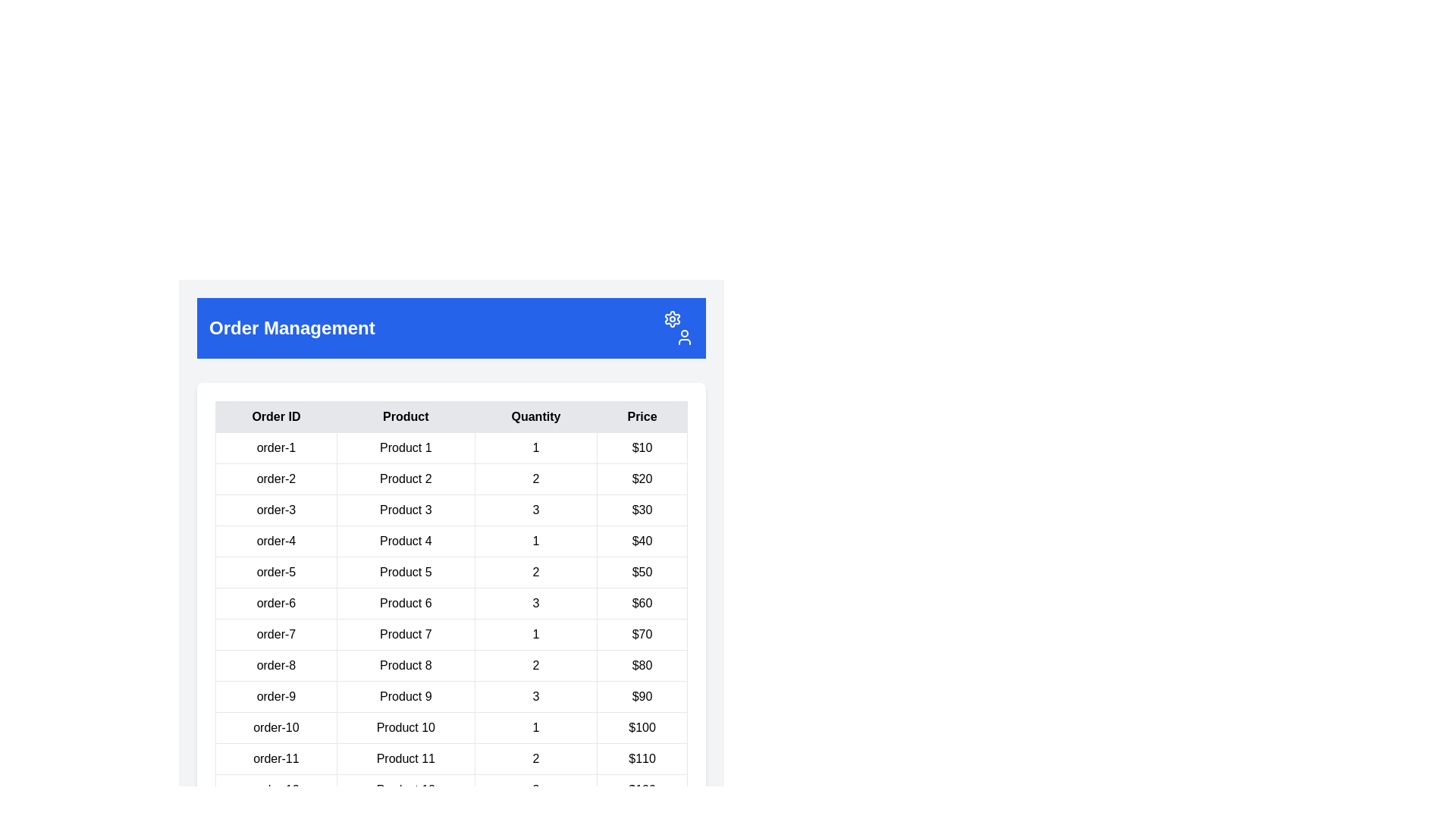 Image resolution: width=1456 pixels, height=819 pixels. I want to click on the Text Display Element that shows the numeric value '1' in the third column of the seventh row, representing 'Quantity' for 'Product 7', so click(535, 635).